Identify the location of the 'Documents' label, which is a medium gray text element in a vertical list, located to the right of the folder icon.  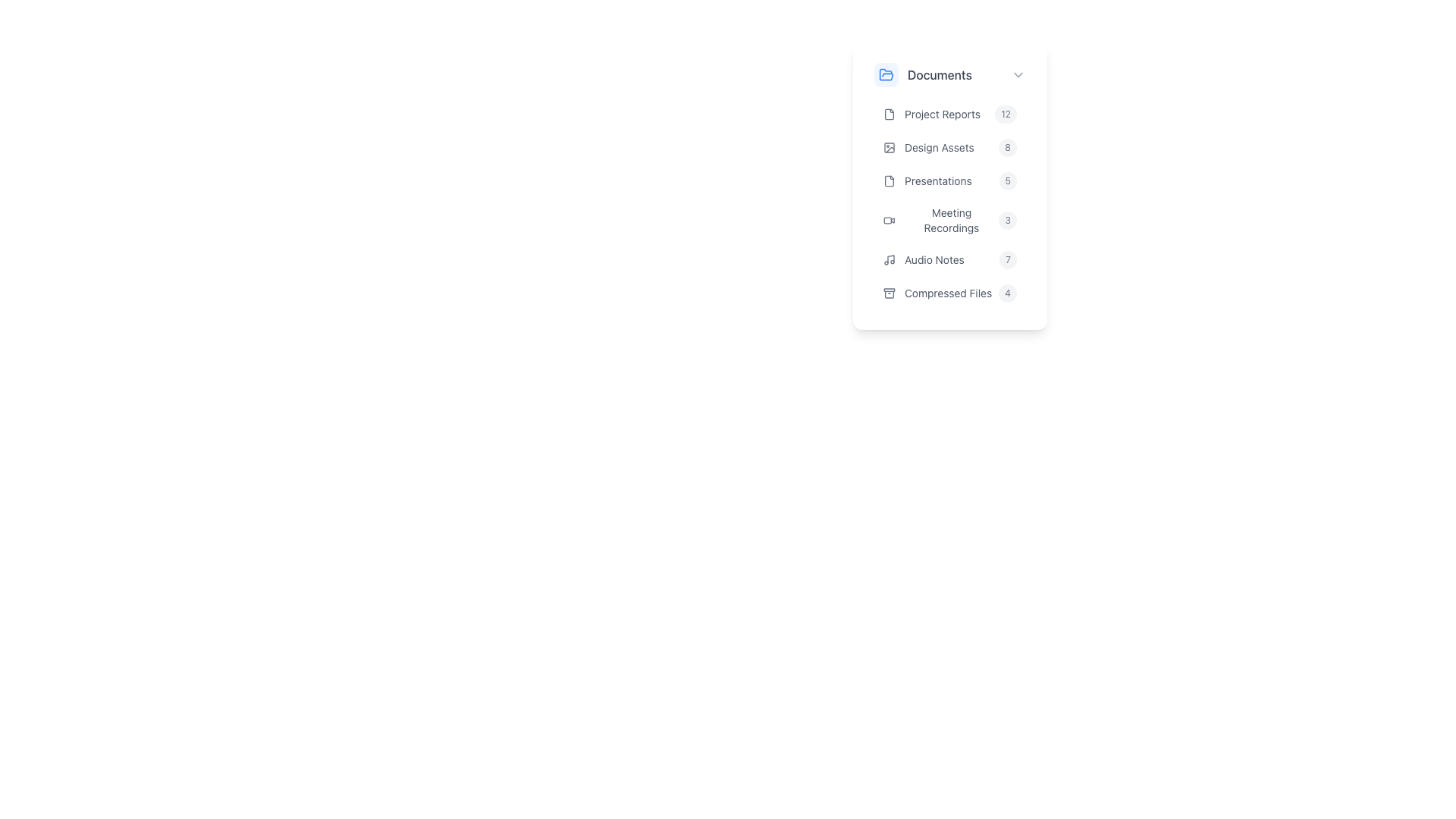
(939, 75).